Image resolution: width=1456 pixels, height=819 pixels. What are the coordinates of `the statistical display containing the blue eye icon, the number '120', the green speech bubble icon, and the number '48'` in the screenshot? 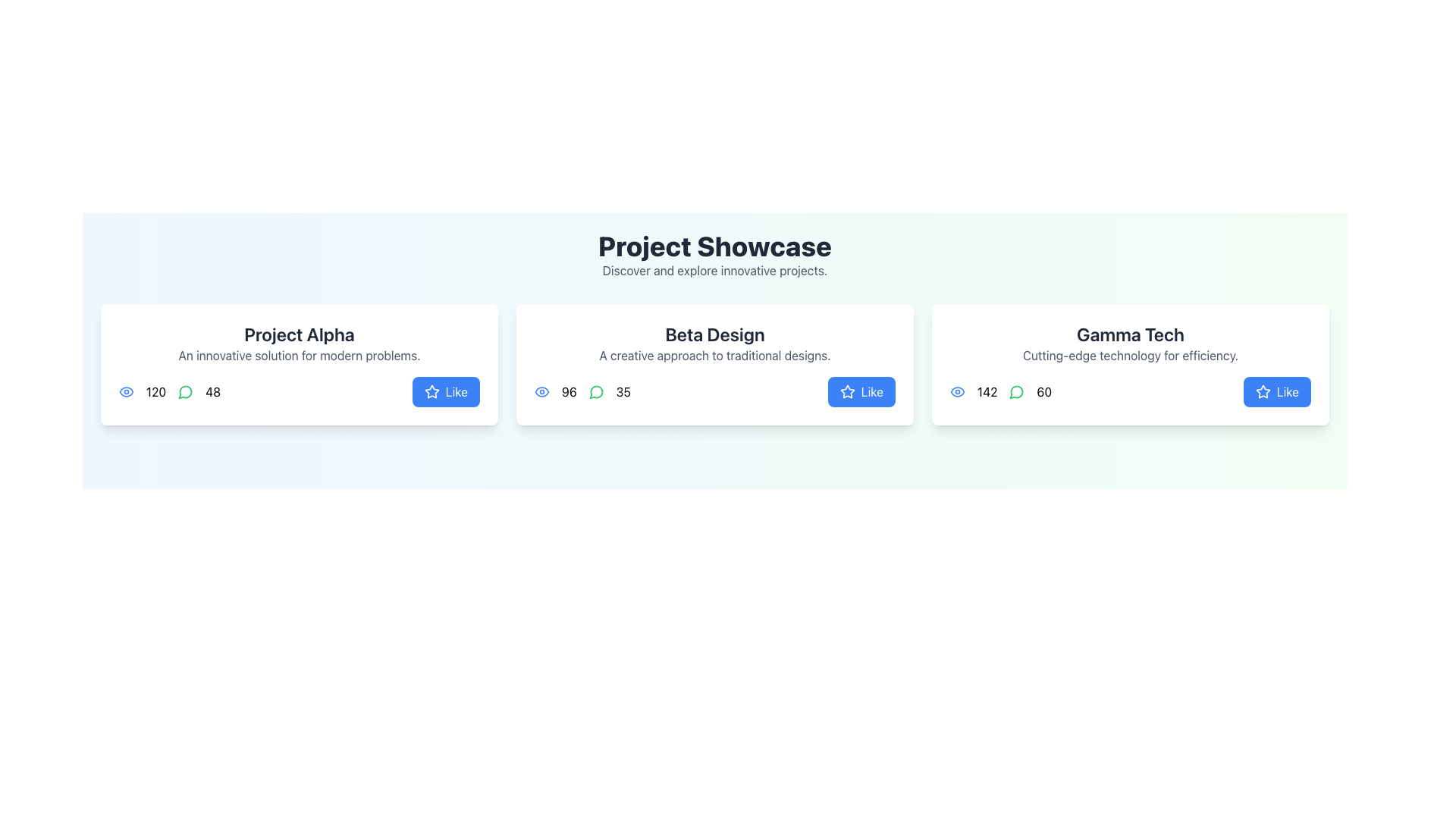 It's located at (170, 391).